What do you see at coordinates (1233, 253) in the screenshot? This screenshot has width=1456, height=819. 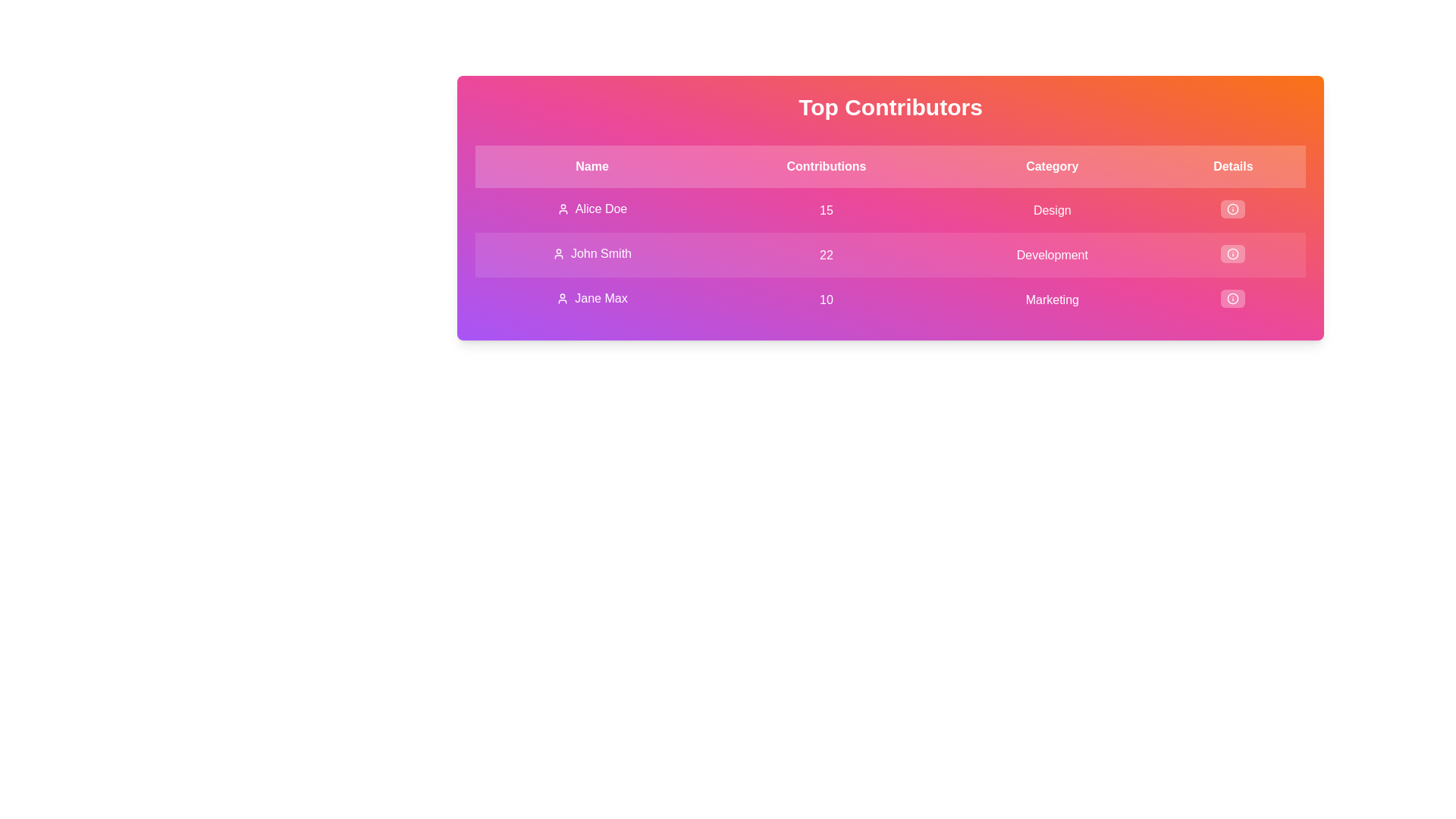 I see `the information button in the 'Details' column of the second row in the 'Top Contributors' table for keyboard navigation` at bounding box center [1233, 253].